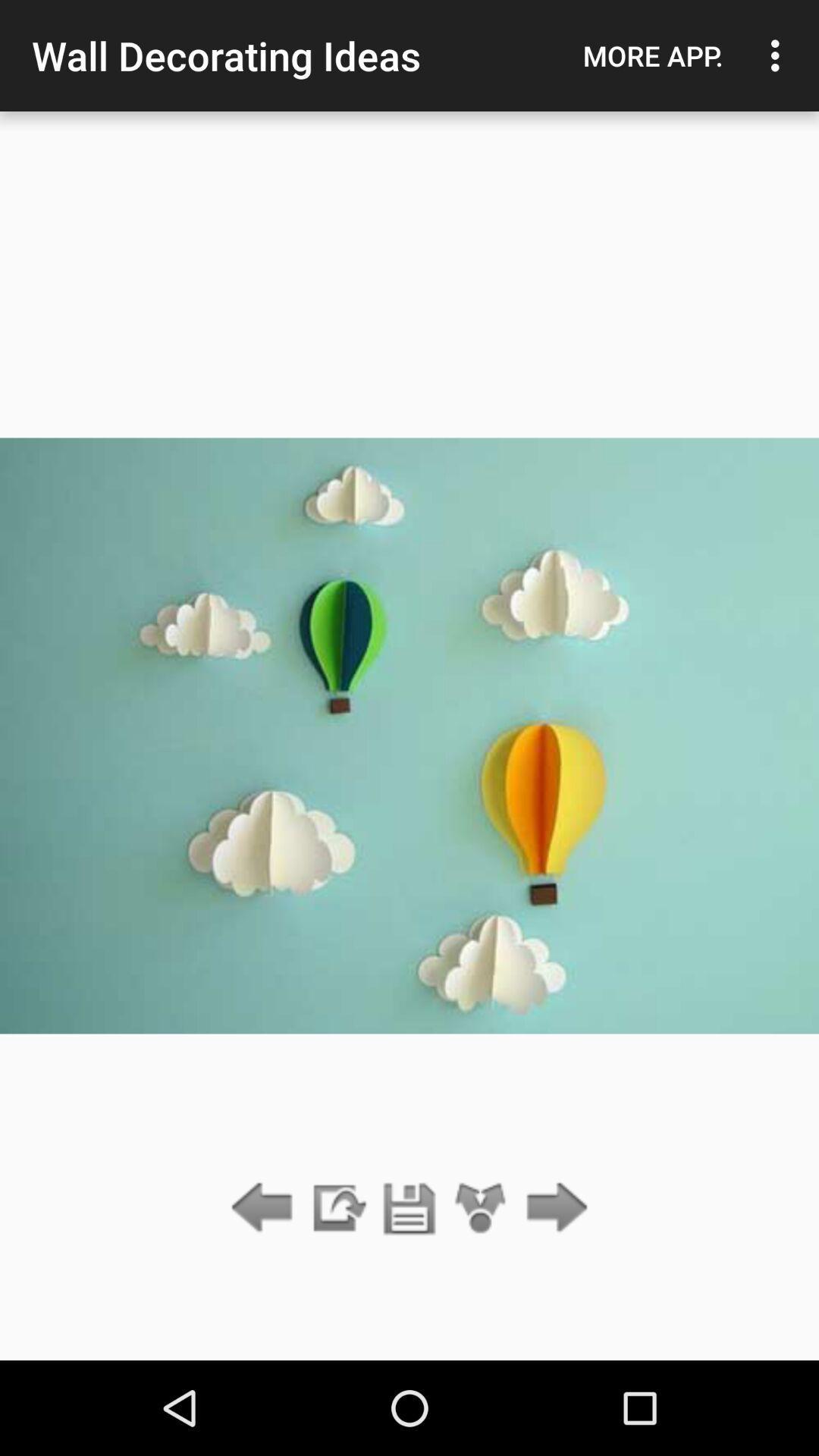 Image resolution: width=819 pixels, height=1456 pixels. Describe the element at coordinates (409, 1208) in the screenshot. I see `the save icon` at that location.